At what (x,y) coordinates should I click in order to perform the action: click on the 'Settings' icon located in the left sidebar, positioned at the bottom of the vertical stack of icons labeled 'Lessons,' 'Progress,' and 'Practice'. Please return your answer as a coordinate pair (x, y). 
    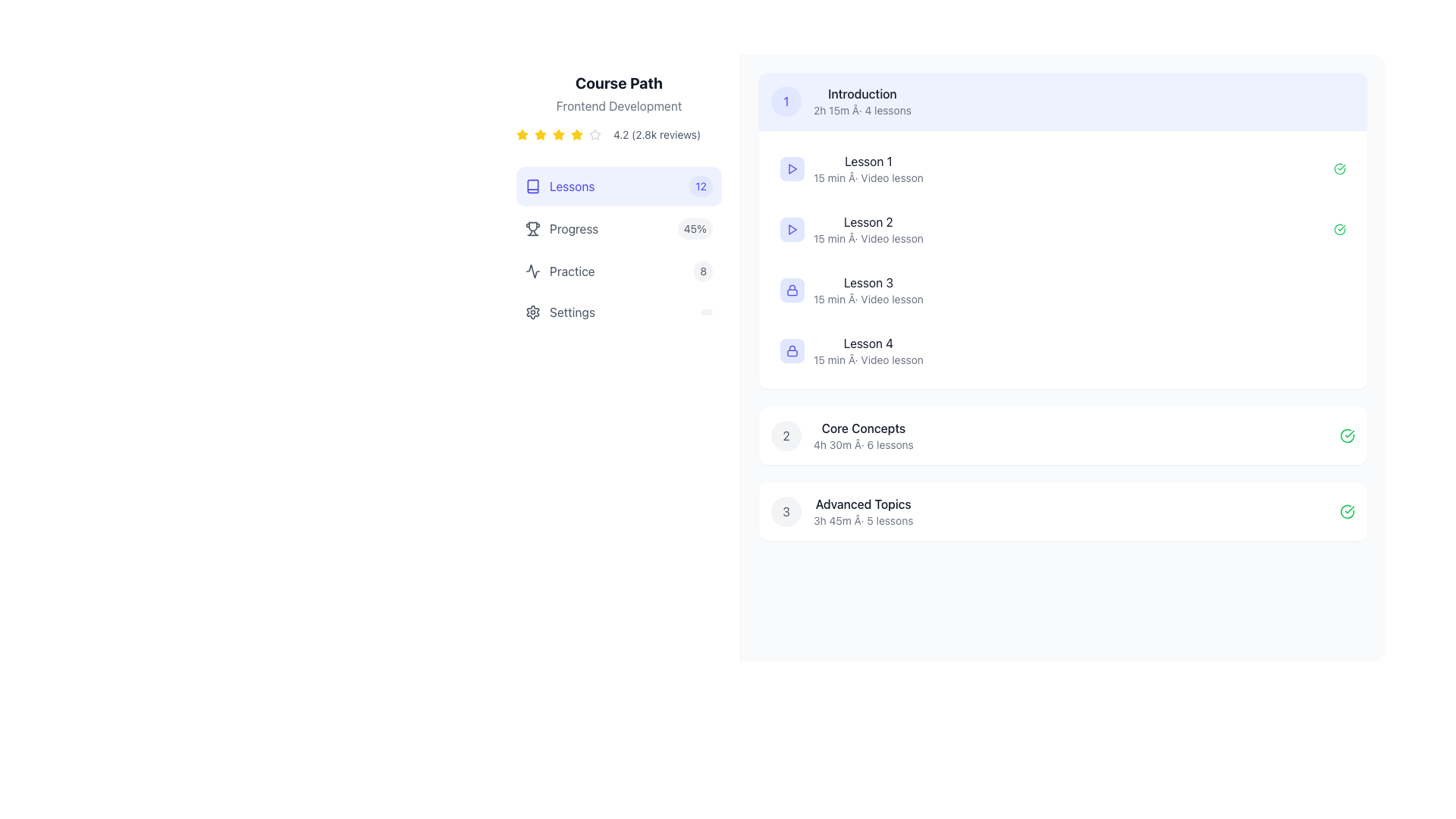
    Looking at the image, I should click on (532, 312).